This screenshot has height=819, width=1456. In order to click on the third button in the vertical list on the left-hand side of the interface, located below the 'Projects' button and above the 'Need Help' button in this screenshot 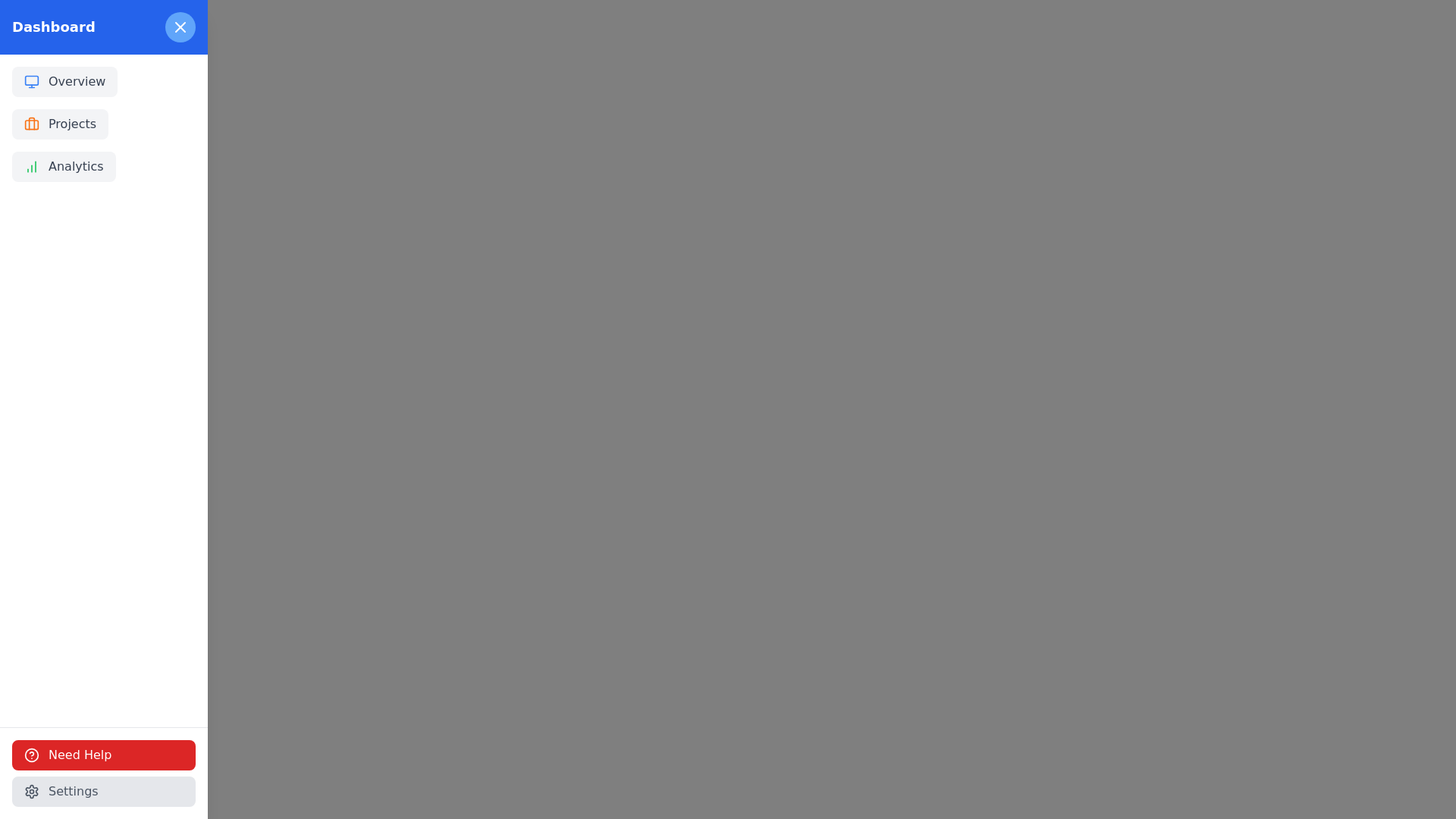, I will do `click(62, 166)`.